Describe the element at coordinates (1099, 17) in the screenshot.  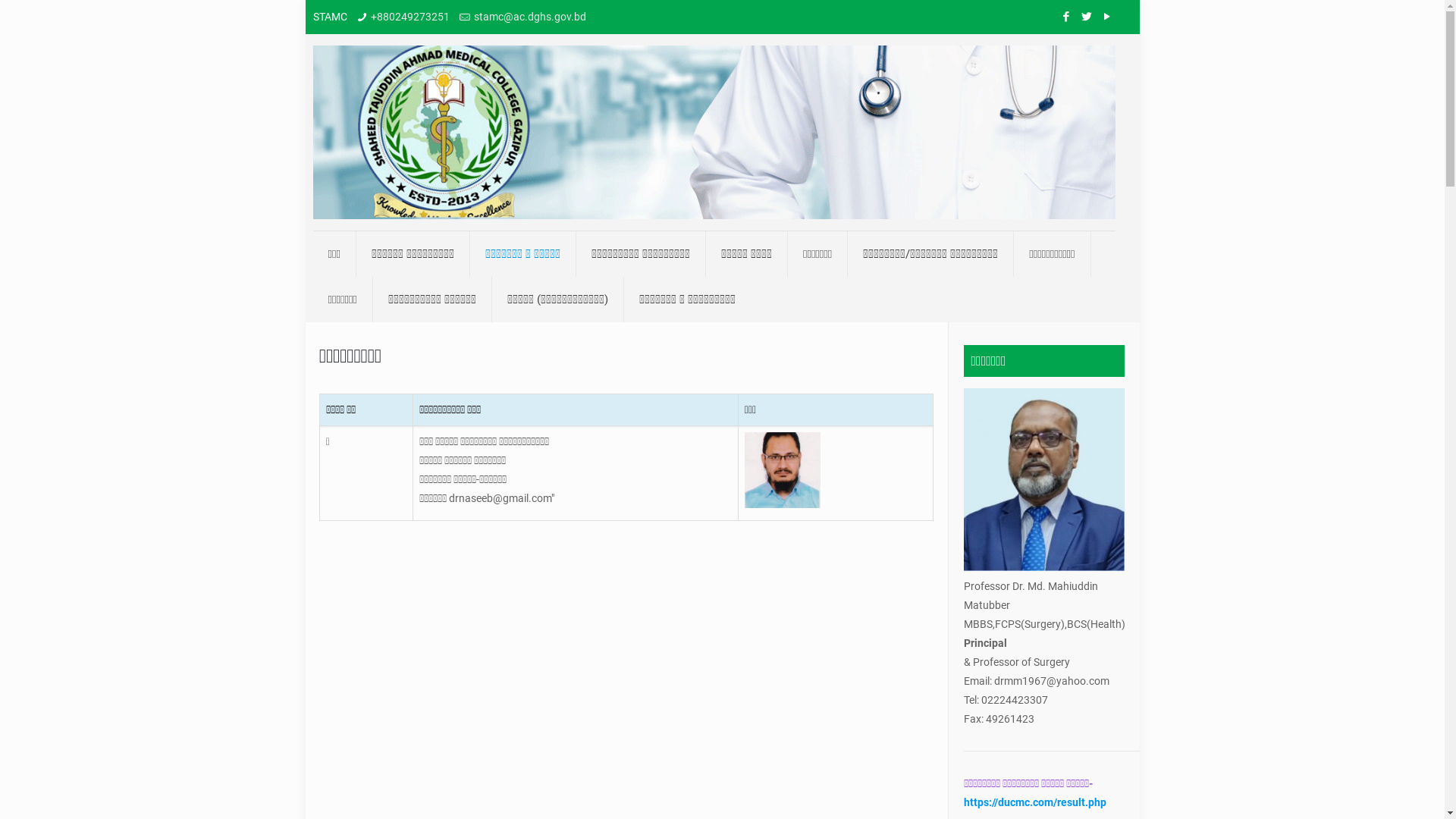
I see `'YouTube'` at that location.